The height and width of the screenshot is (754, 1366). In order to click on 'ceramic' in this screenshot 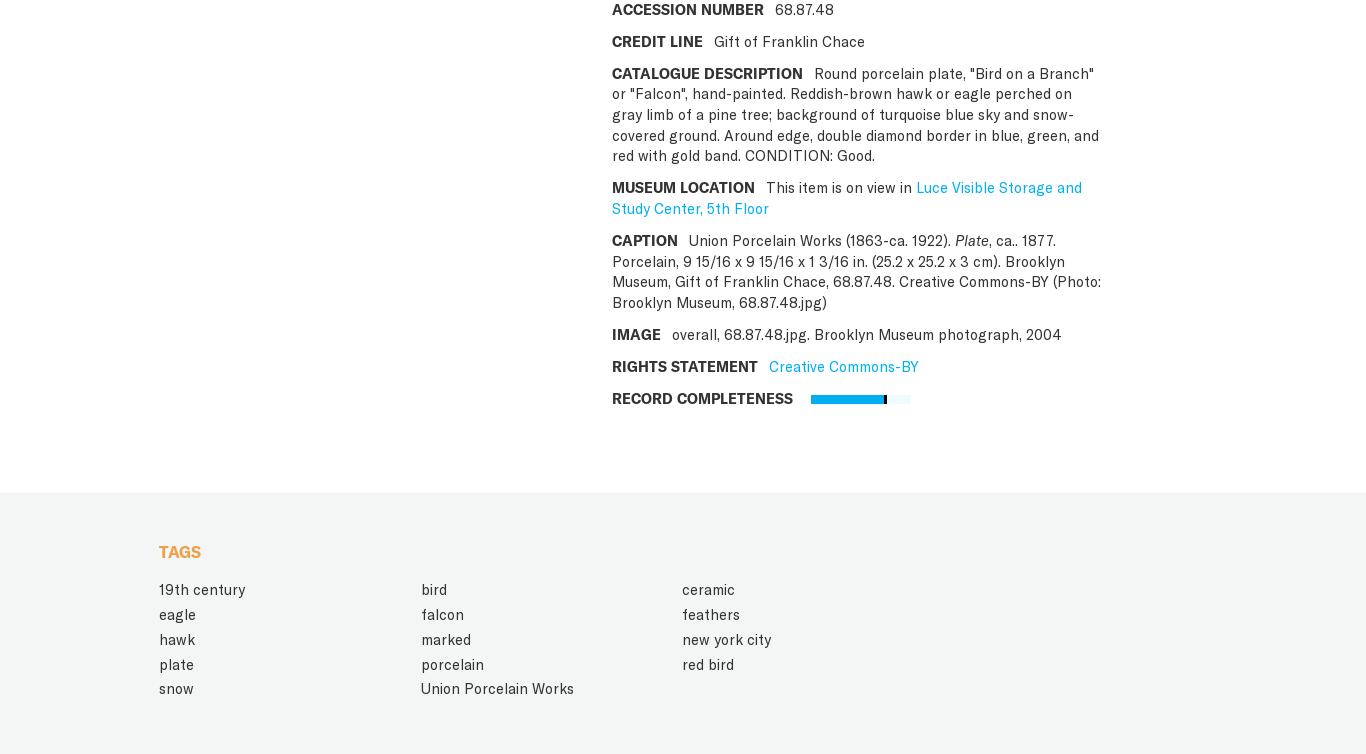, I will do `click(708, 588)`.